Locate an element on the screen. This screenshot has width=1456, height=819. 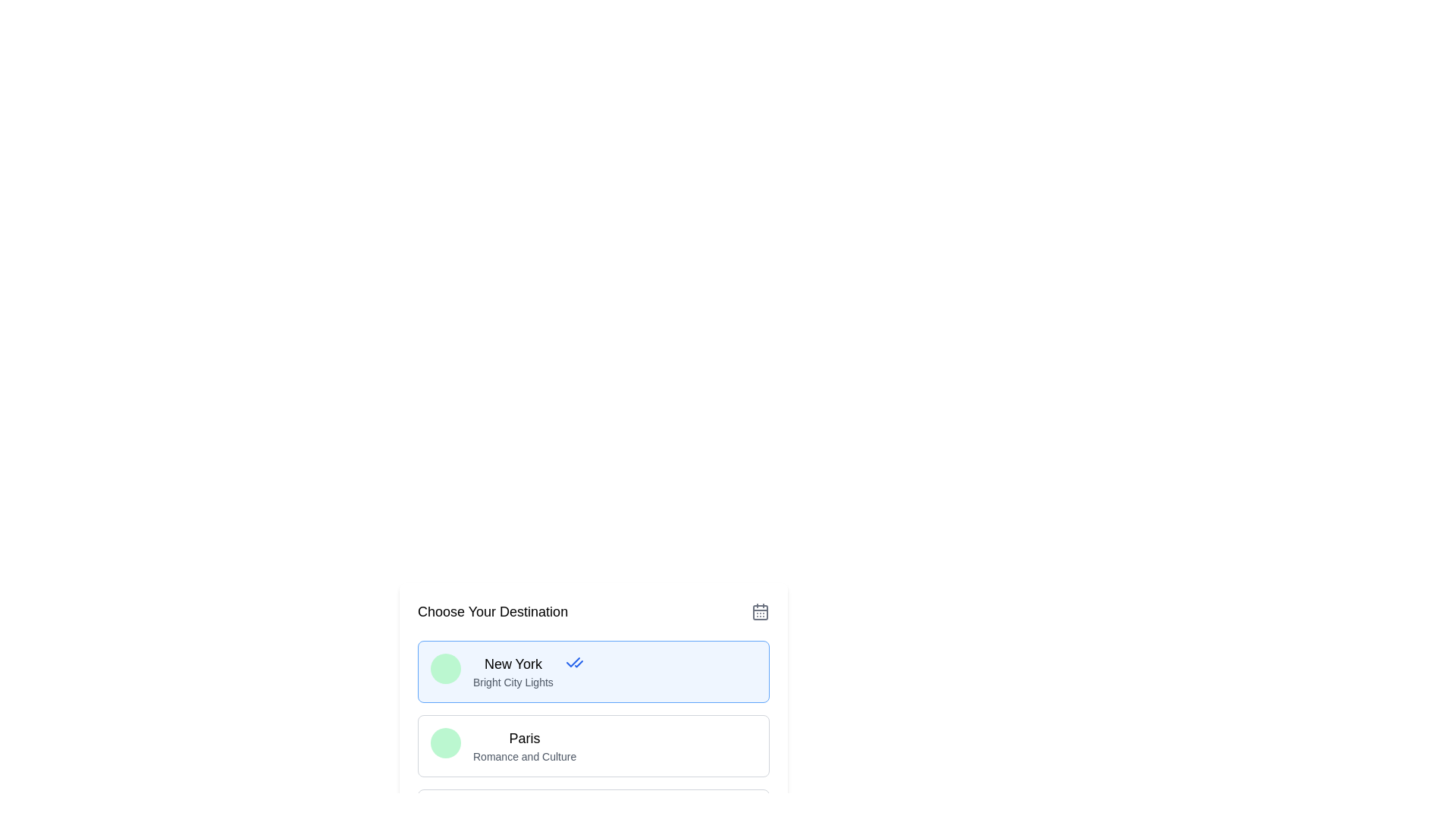
text label that highlights the destination 'New York' within the card, which is positioned above the subtitle 'Bright City Lights' is located at coordinates (513, 663).